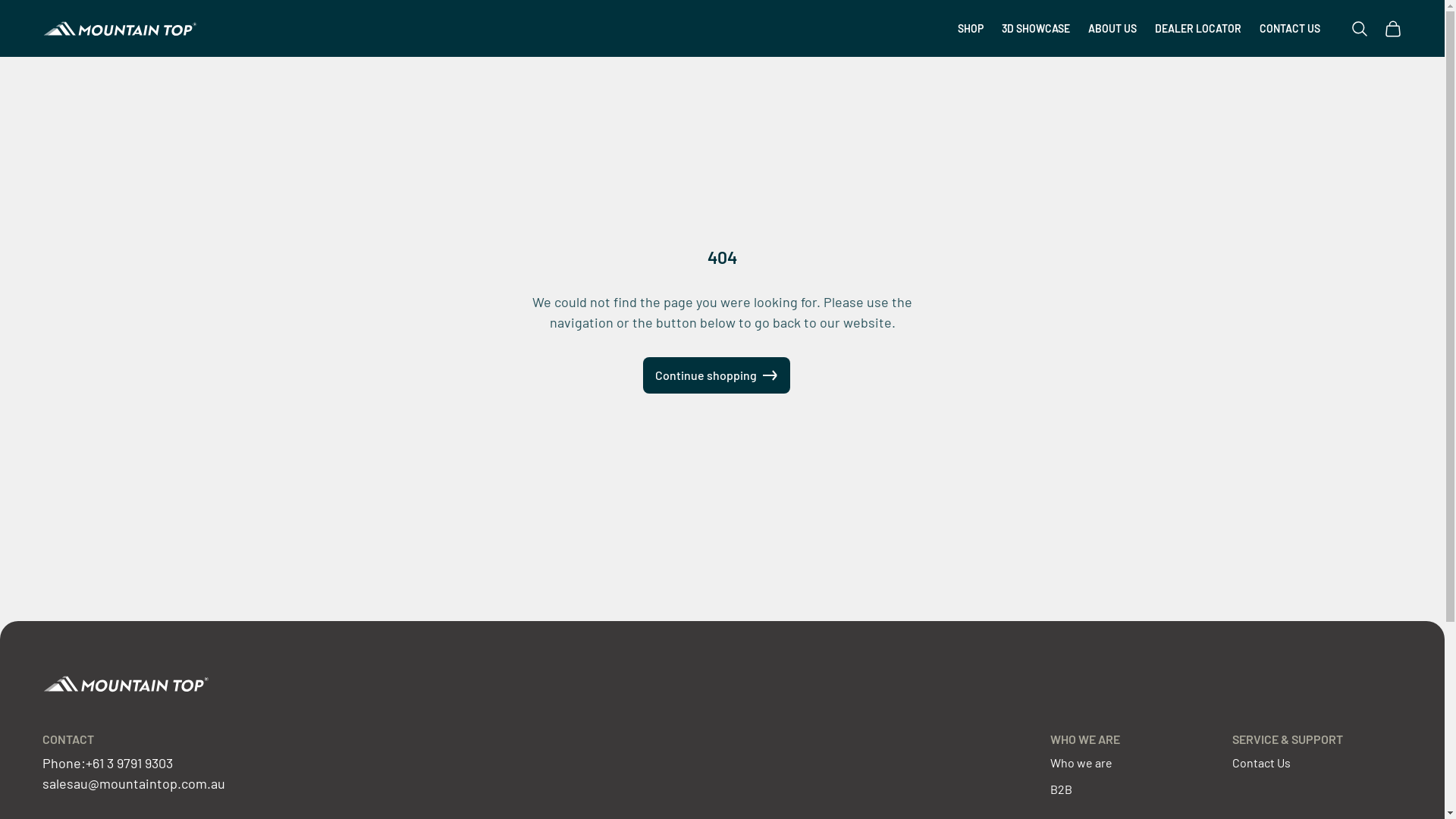 The width and height of the screenshot is (1456, 819). What do you see at coordinates (1360, 29) in the screenshot?
I see `'Open search'` at bounding box center [1360, 29].